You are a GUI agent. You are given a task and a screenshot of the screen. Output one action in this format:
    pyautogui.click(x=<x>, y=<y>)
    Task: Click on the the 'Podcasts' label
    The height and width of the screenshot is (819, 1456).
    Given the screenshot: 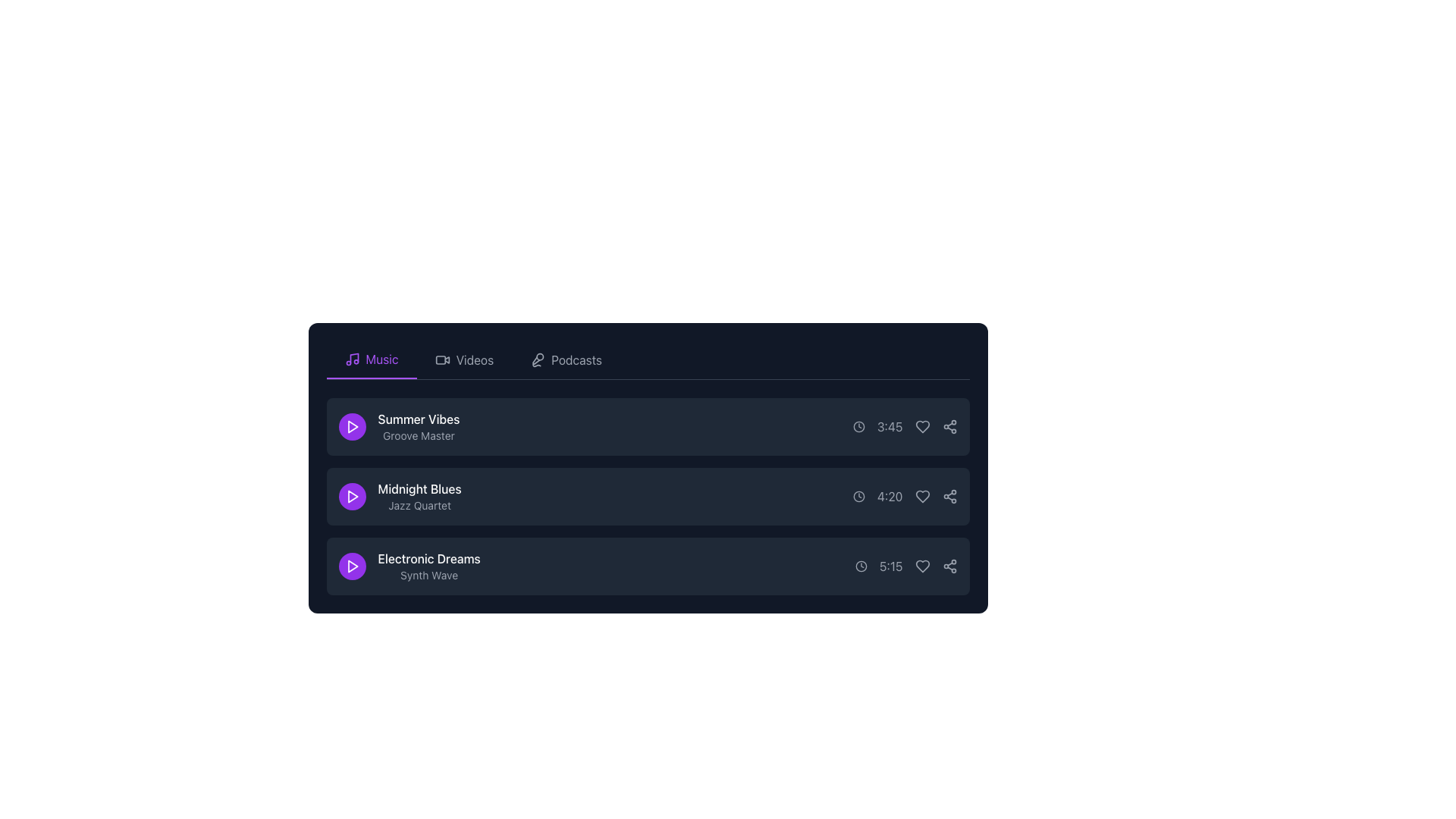 What is the action you would take?
    pyautogui.click(x=576, y=359)
    